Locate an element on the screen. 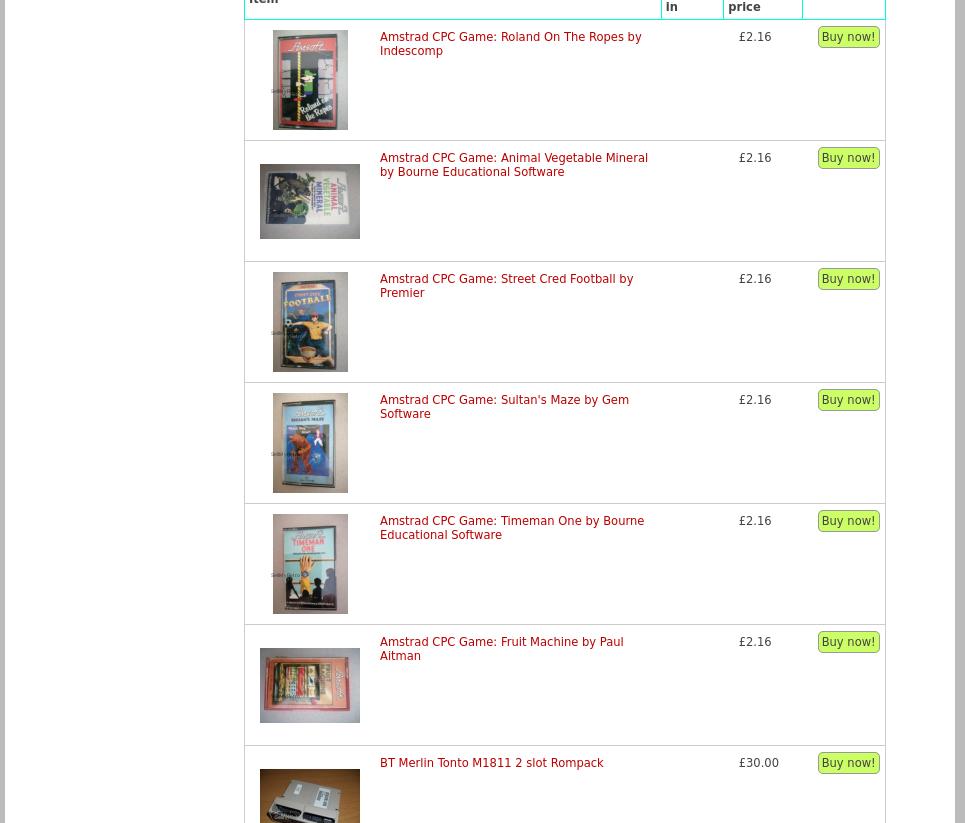  '£30.00' is located at coordinates (757, 761).